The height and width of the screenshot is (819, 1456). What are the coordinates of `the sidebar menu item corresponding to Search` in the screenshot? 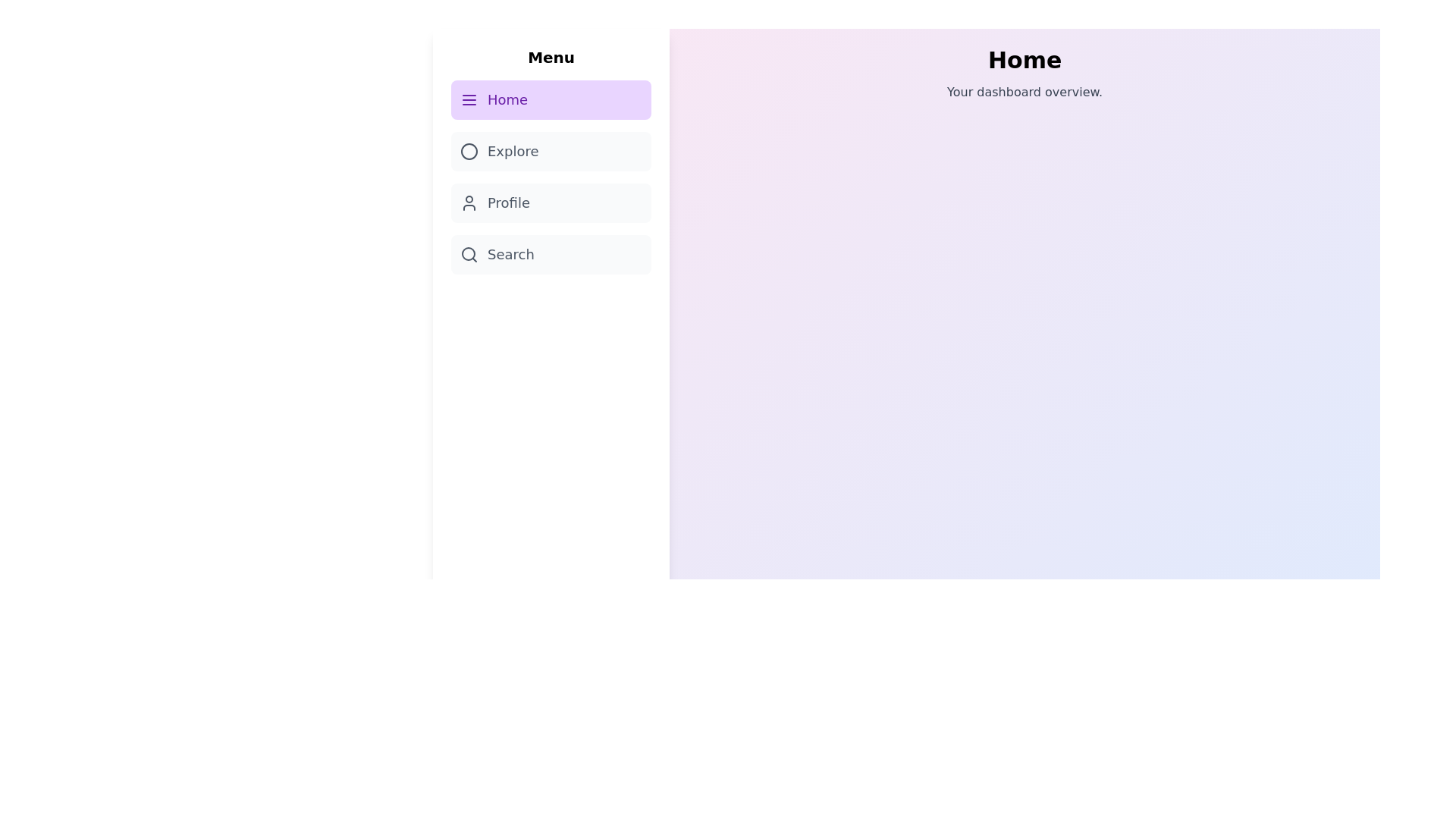 It's located at (550, 253).